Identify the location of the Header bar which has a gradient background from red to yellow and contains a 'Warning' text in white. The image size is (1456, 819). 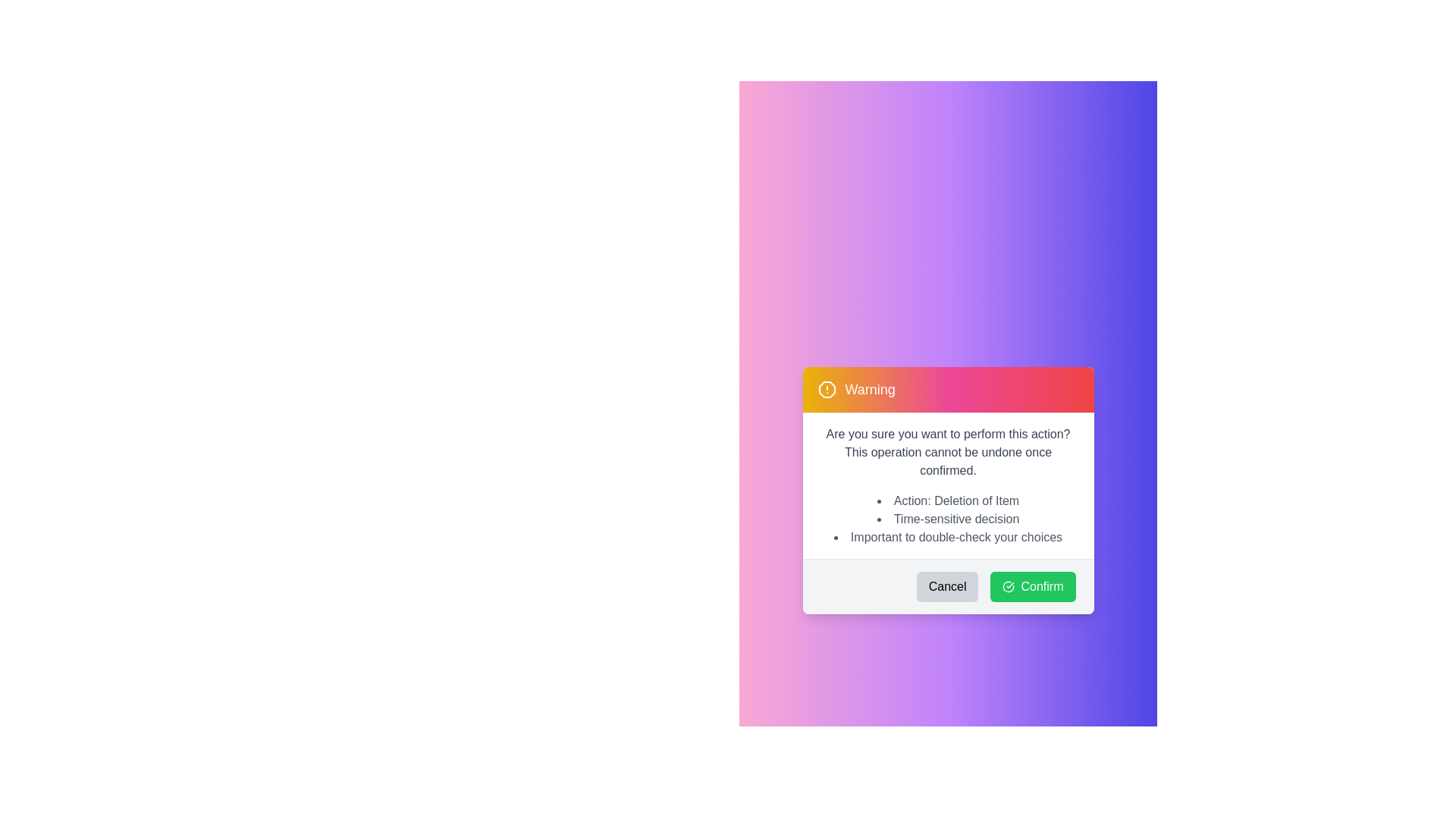
(947, 388).